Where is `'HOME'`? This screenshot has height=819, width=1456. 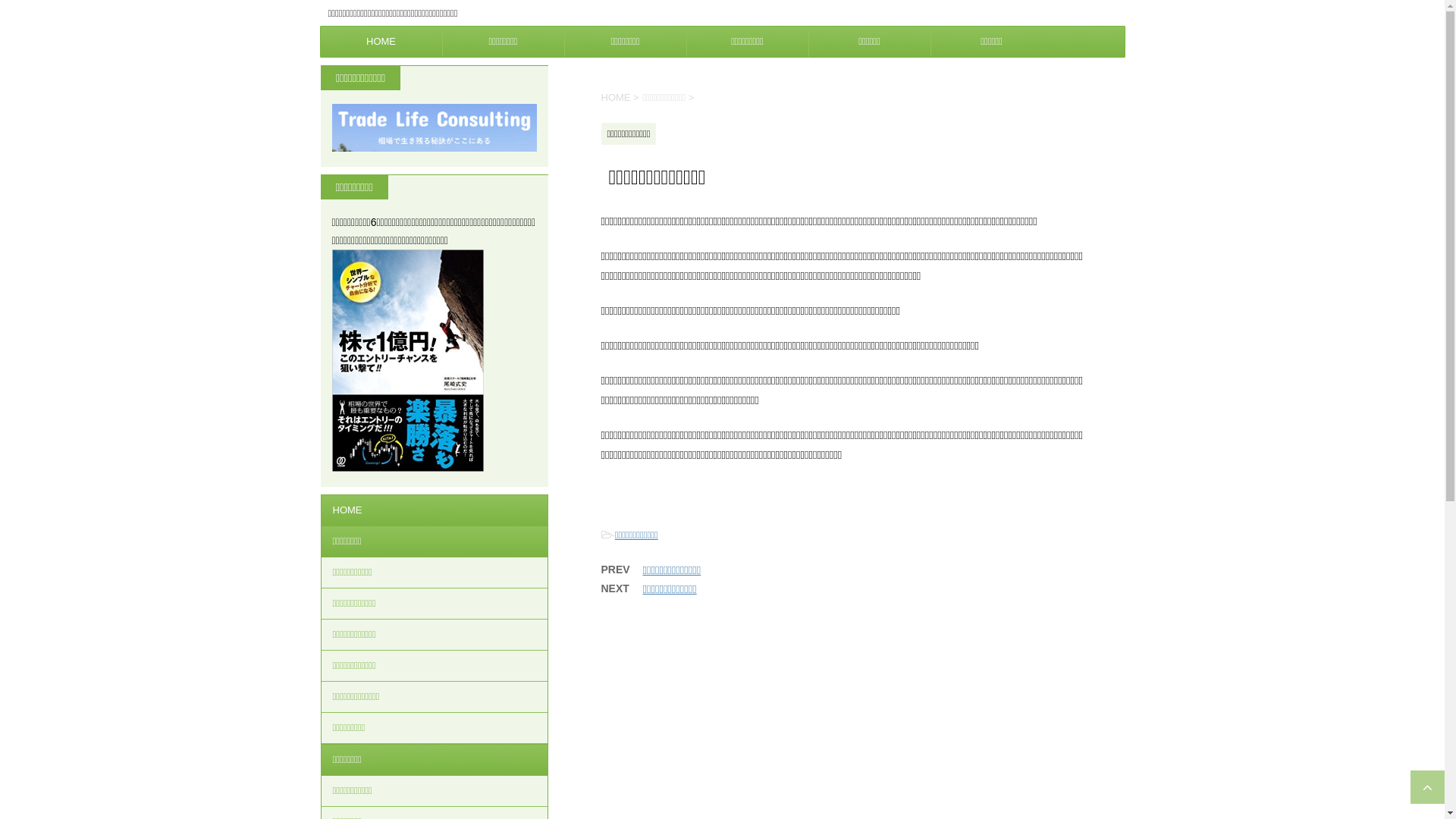
'HOME' is located at coordinates (433, 510).